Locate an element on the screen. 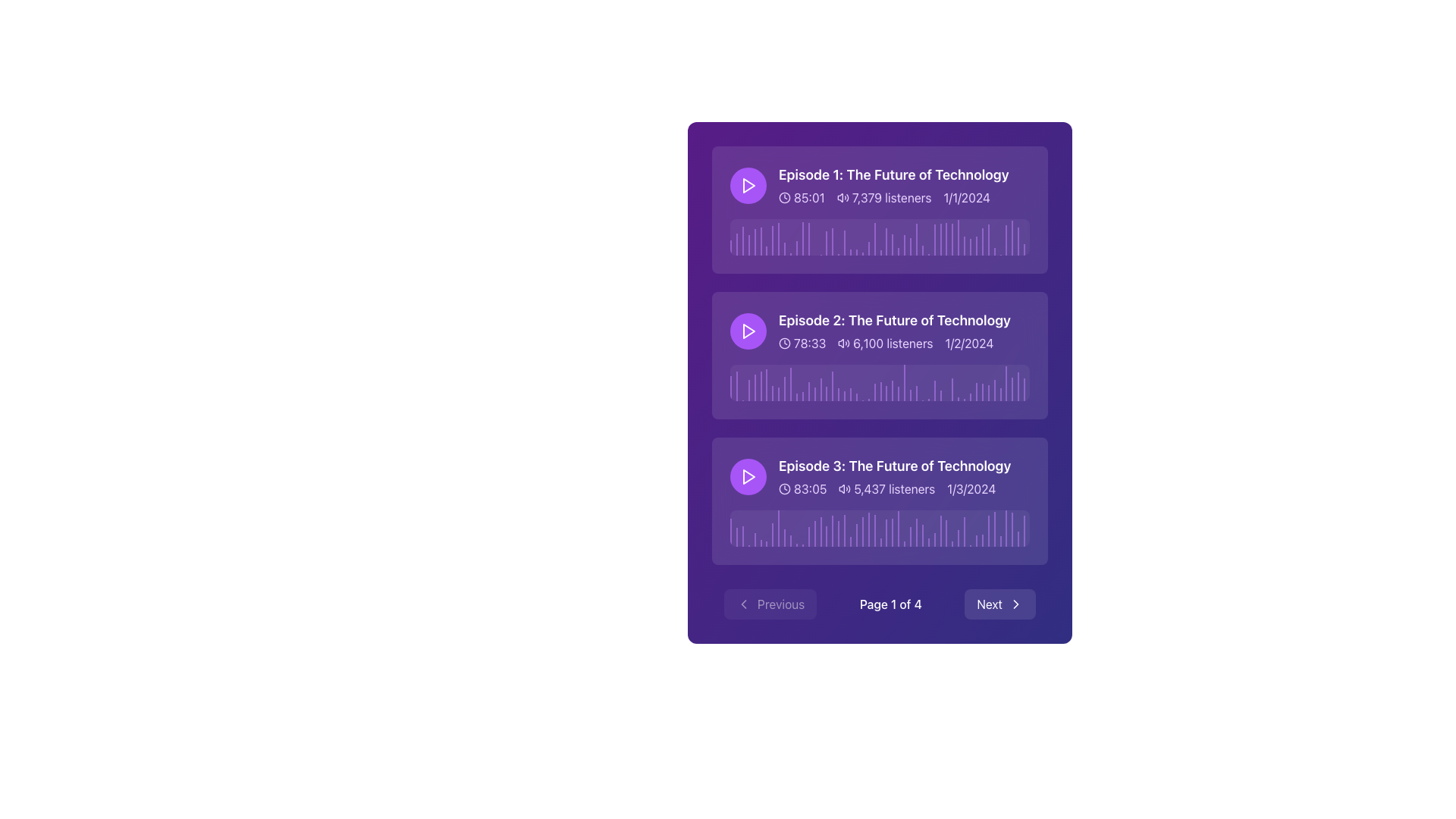 The width and height of the screenshot is (1456, 819). the 41st Waveform Bar in the graphical representation of sound waves located on the topmost row of the list is located at coordinates (971, 246).